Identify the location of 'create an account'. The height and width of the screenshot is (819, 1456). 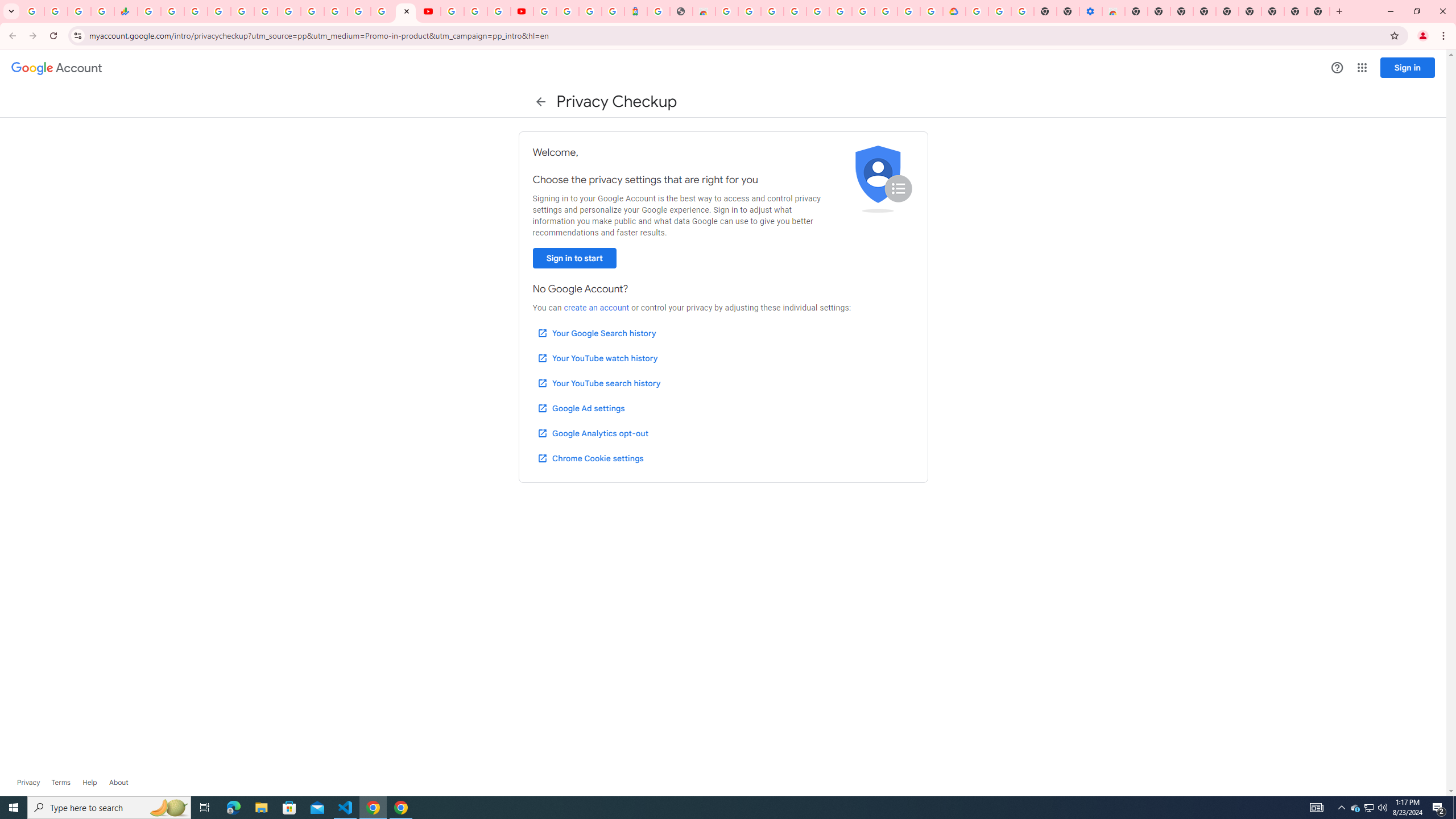
(595, 307).